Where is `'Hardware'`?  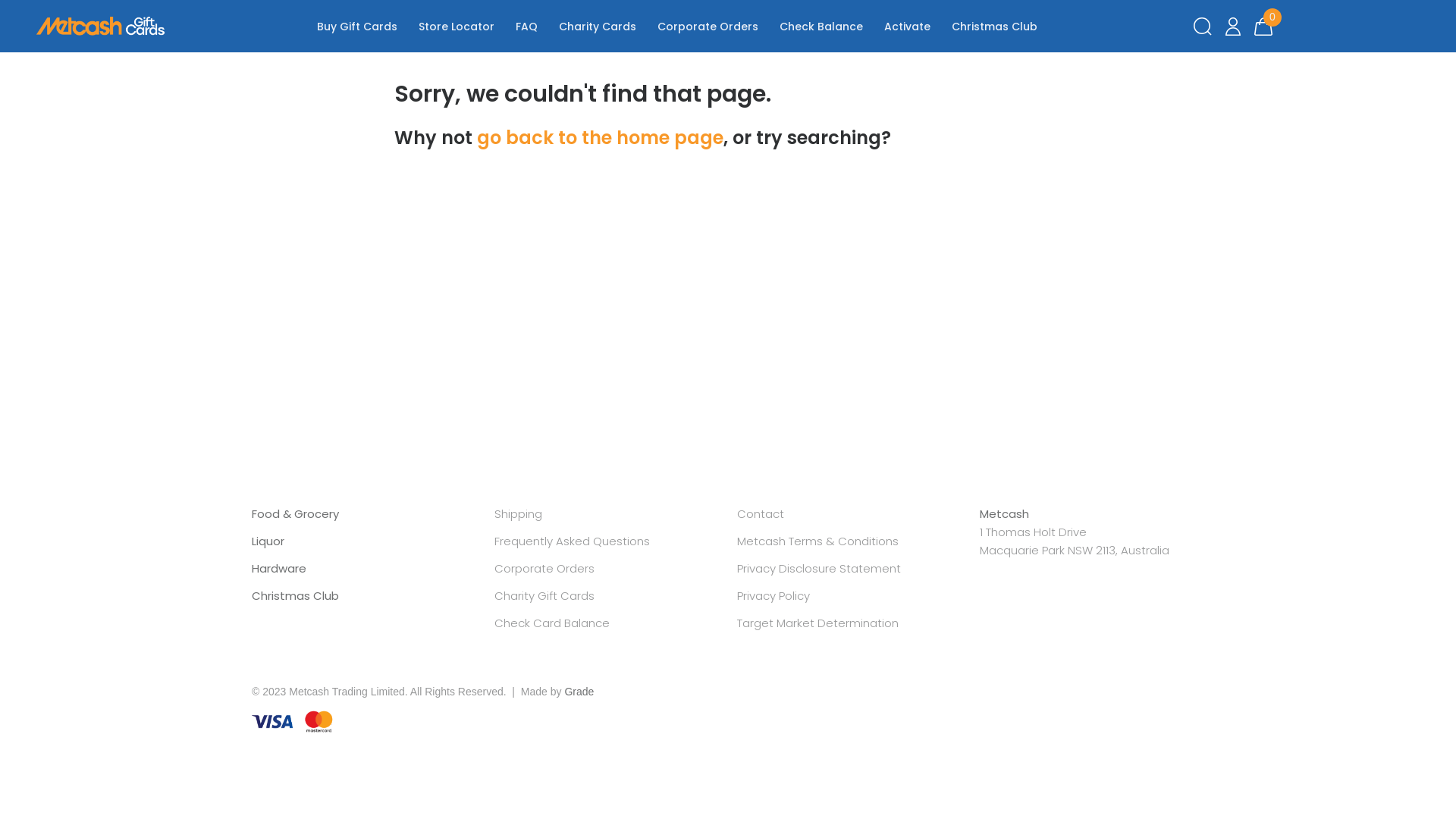 'Hardware' is located at coordinates (279, 568).